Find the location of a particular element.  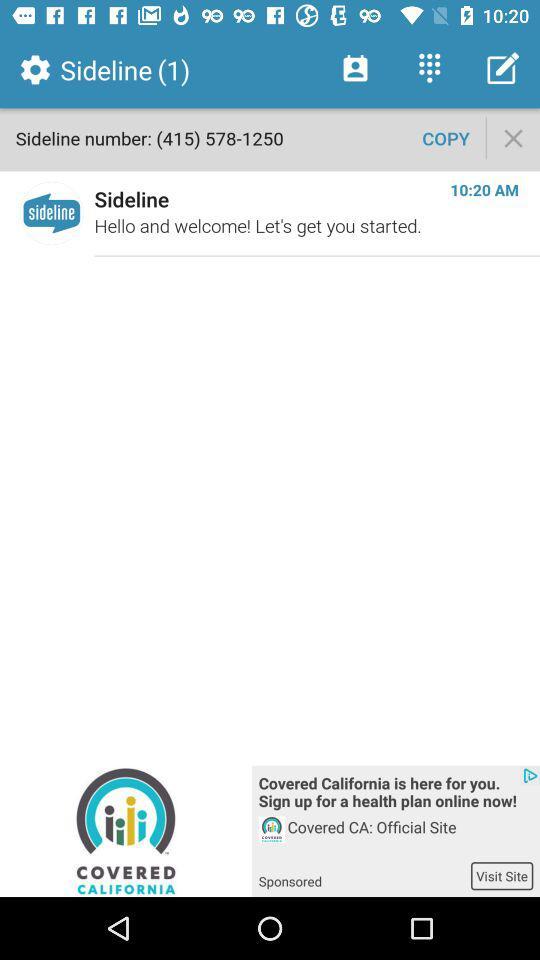

item to the right of sideline number 415 item is located at coordinates (446, 137).